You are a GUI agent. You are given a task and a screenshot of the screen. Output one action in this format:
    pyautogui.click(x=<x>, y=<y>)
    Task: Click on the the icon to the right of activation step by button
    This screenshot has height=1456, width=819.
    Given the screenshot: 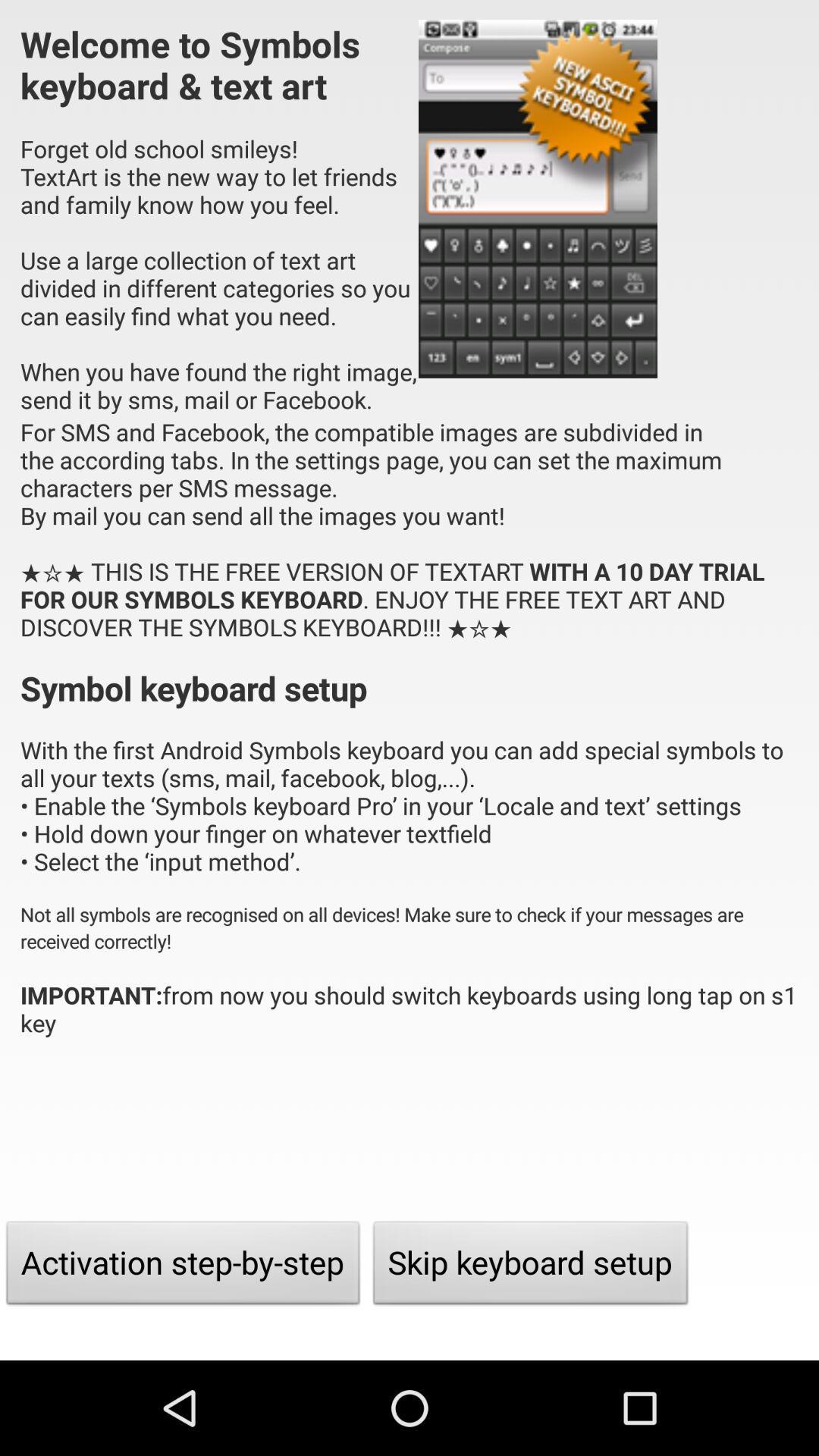 What is the action you would take?
    pyautogui.click(x=530, y=1266)
    